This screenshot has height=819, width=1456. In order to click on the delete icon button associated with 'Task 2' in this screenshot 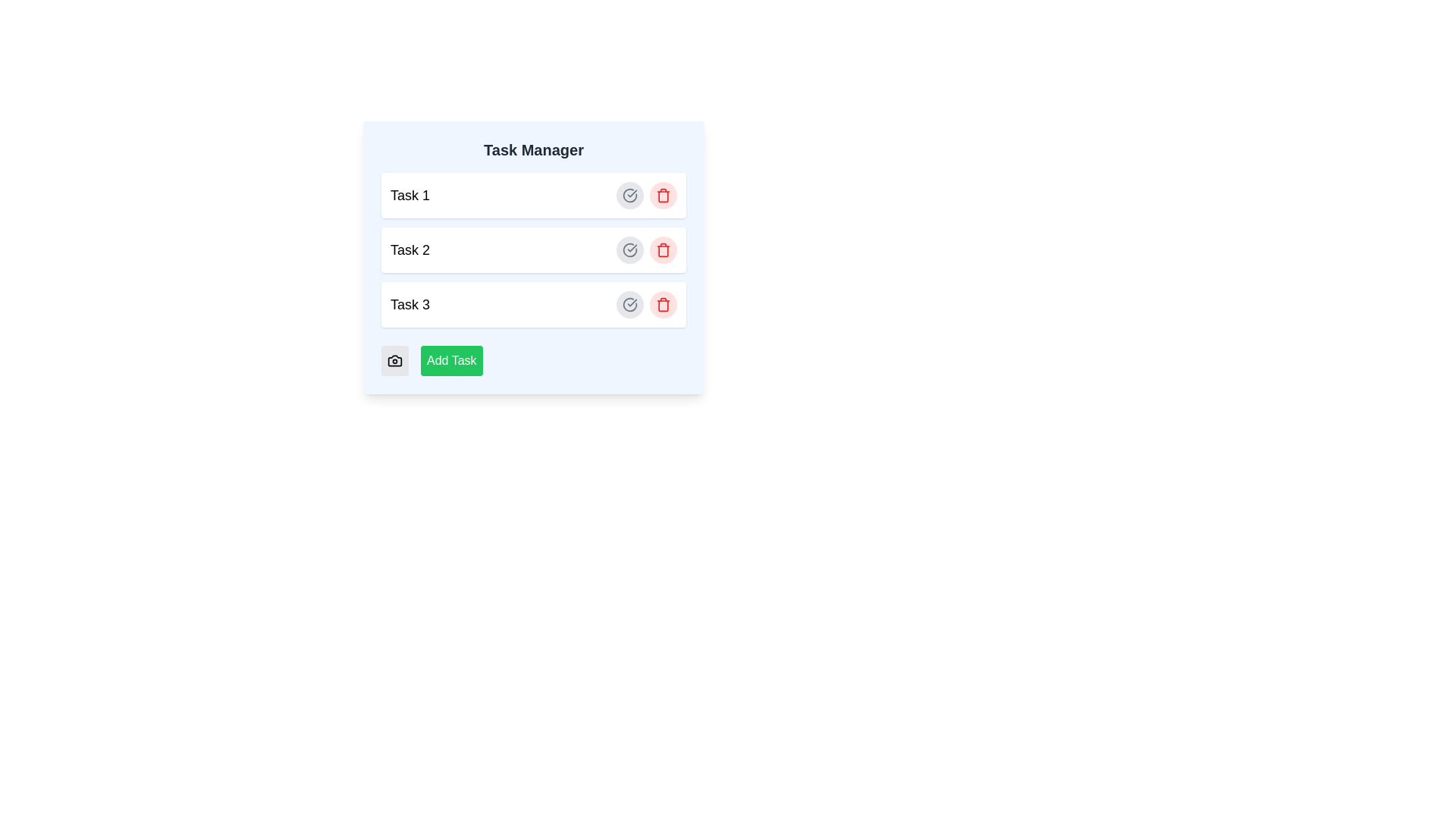, I will do `click(663, 249)`.